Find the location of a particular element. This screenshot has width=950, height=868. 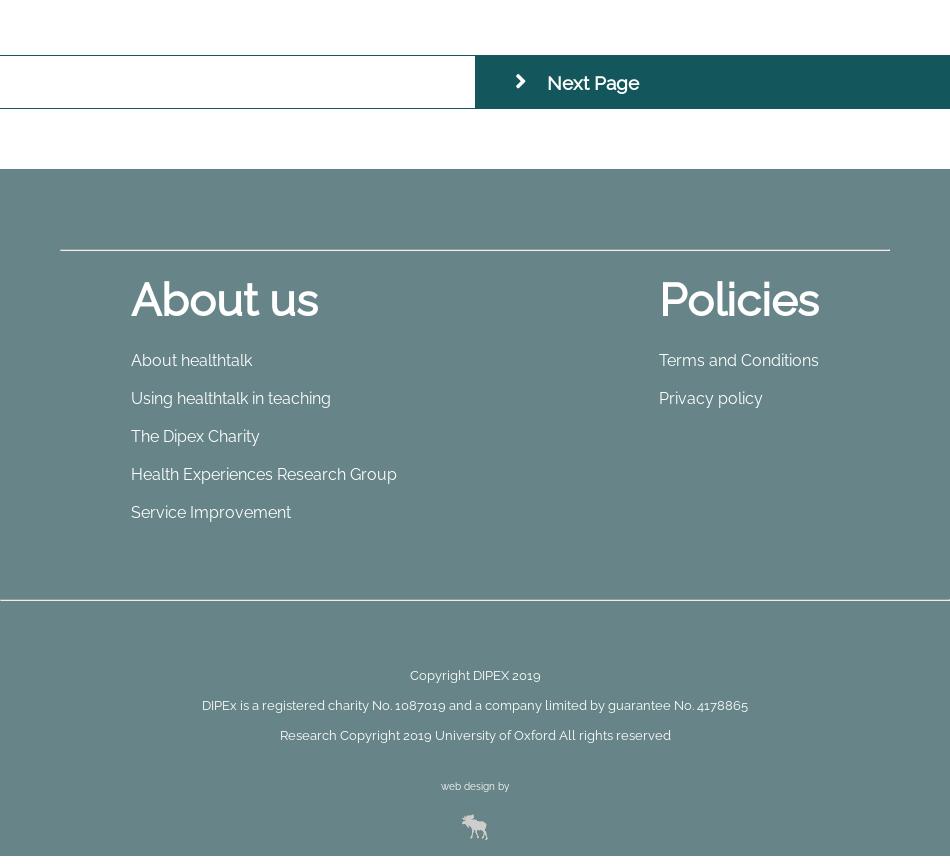

'Health Experiences Research Group' is located at coordinates (131, 473).